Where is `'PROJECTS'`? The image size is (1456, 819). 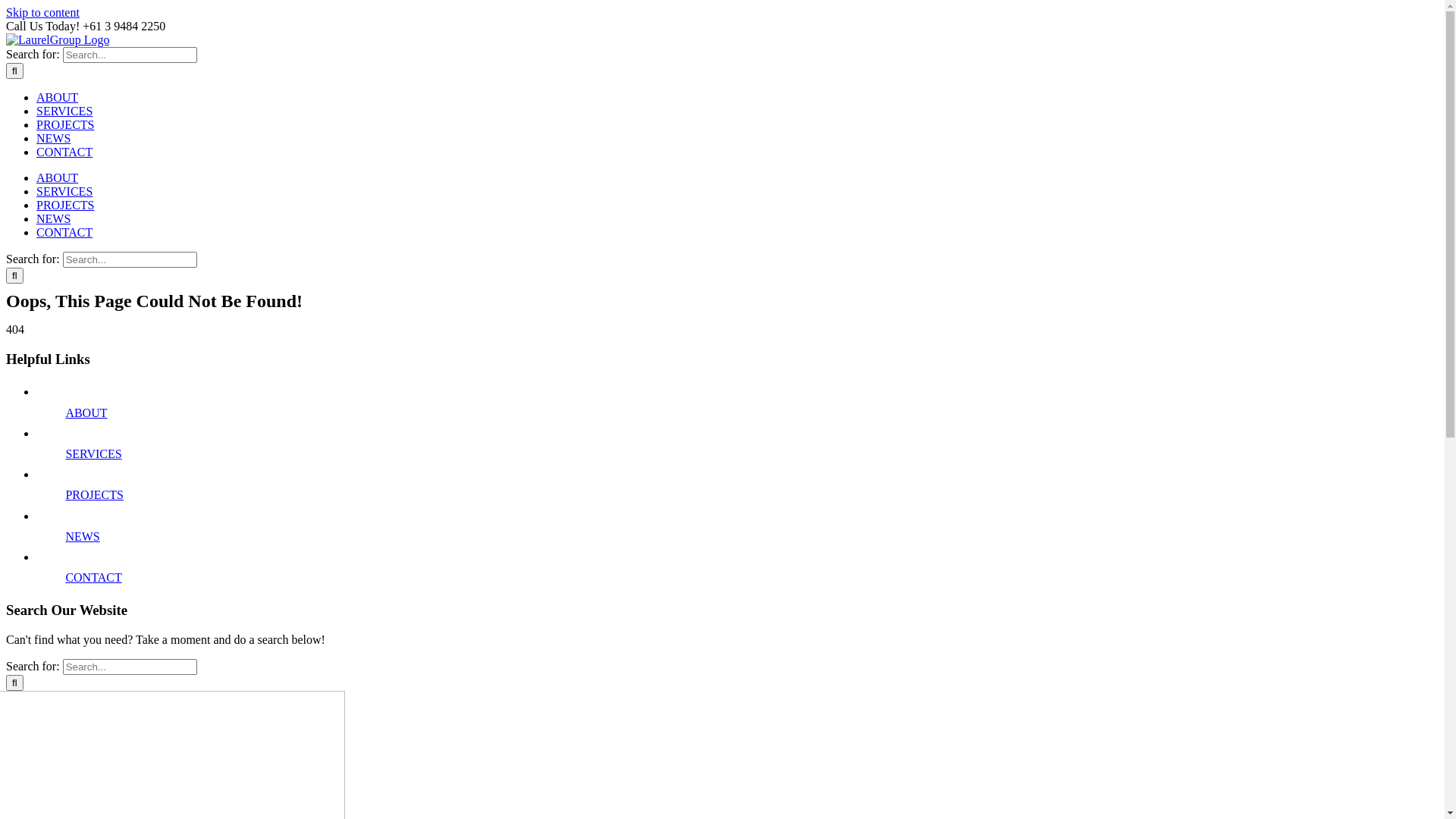
'PROJECTS' is located at coordinates (64, 494).